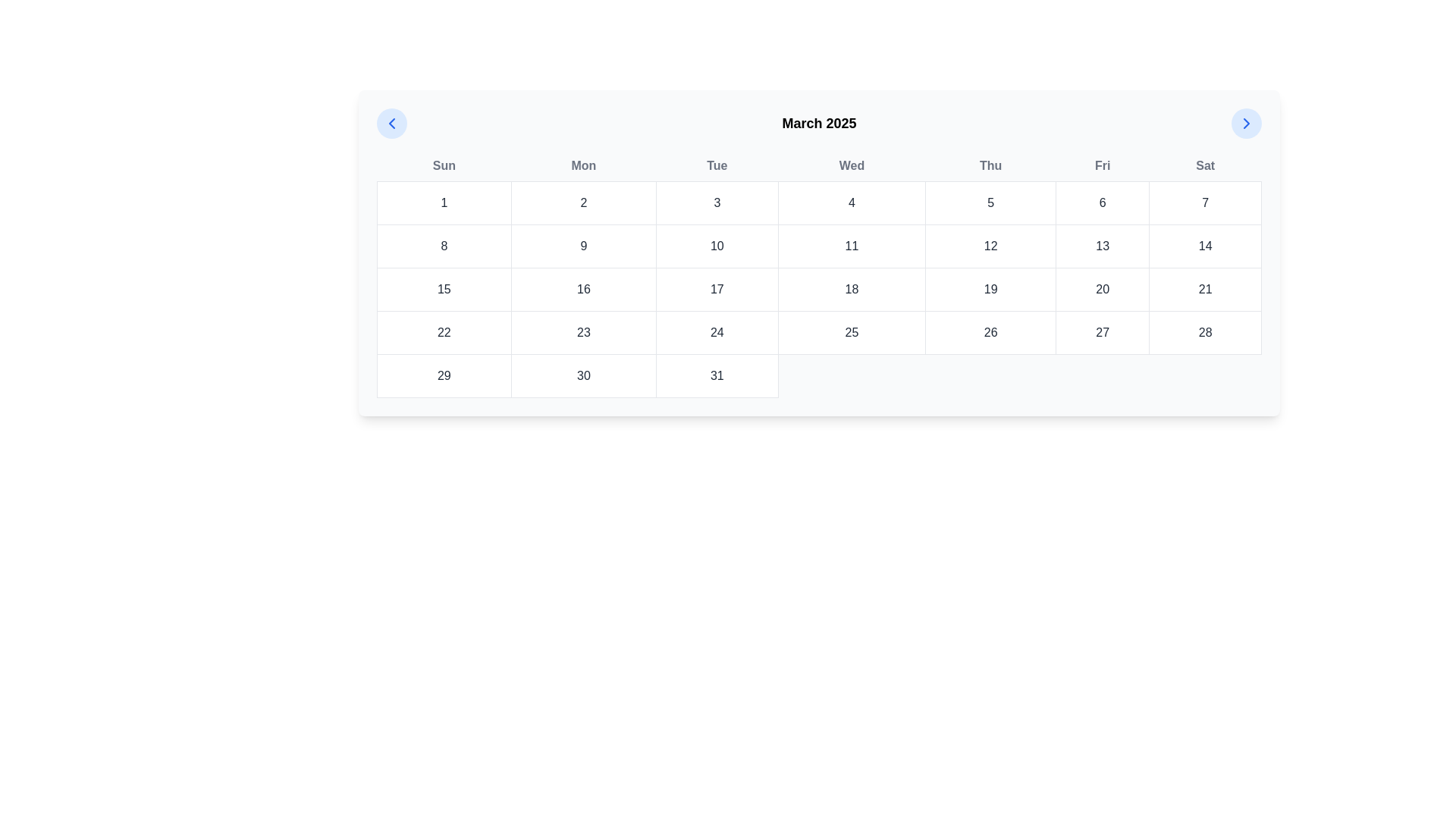  I want to click on the button-like selectable calendar date displaying the number '26', so click(990, 332).